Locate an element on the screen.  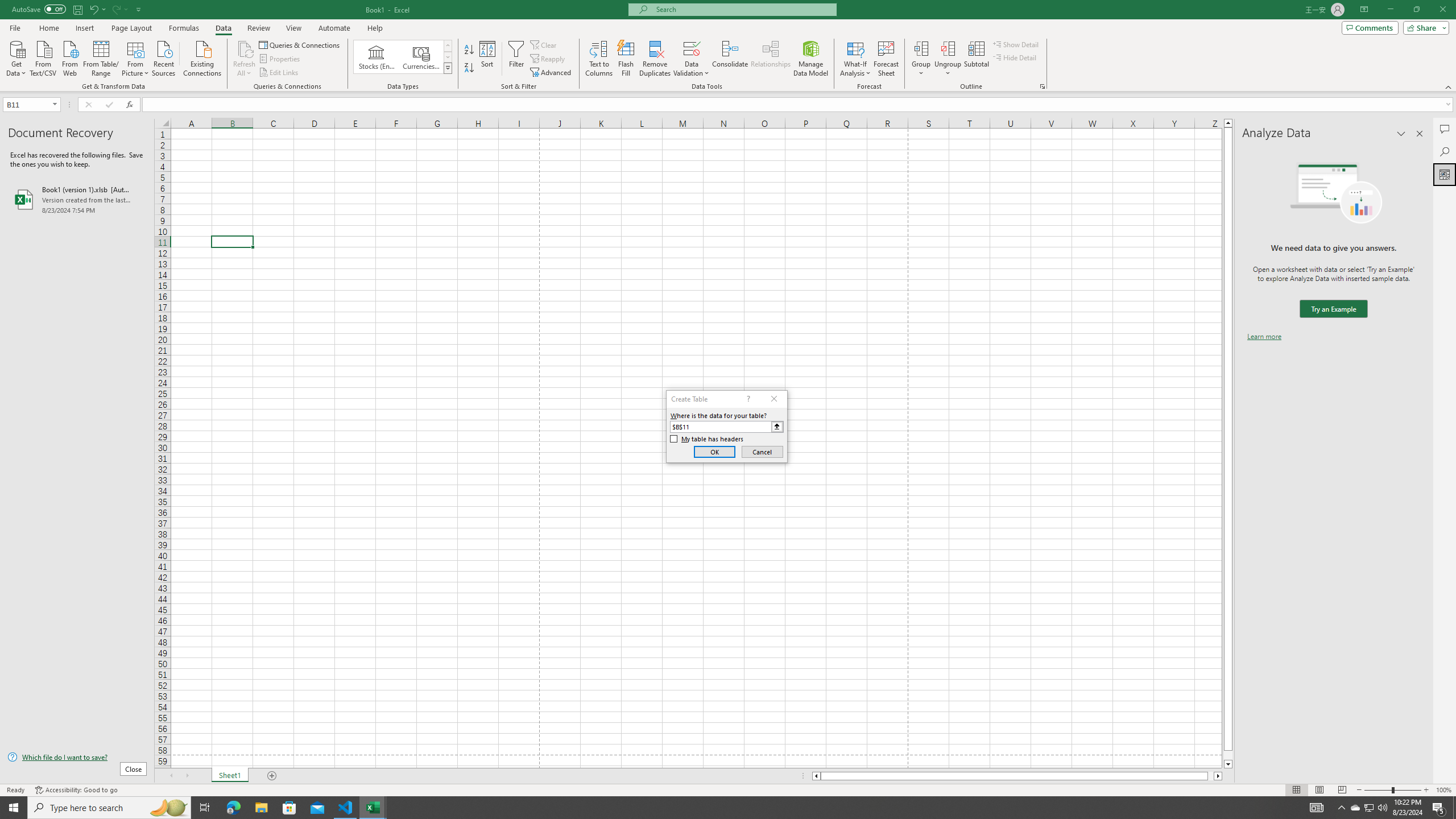
'Line up' is located at coordinates (1228, 122).